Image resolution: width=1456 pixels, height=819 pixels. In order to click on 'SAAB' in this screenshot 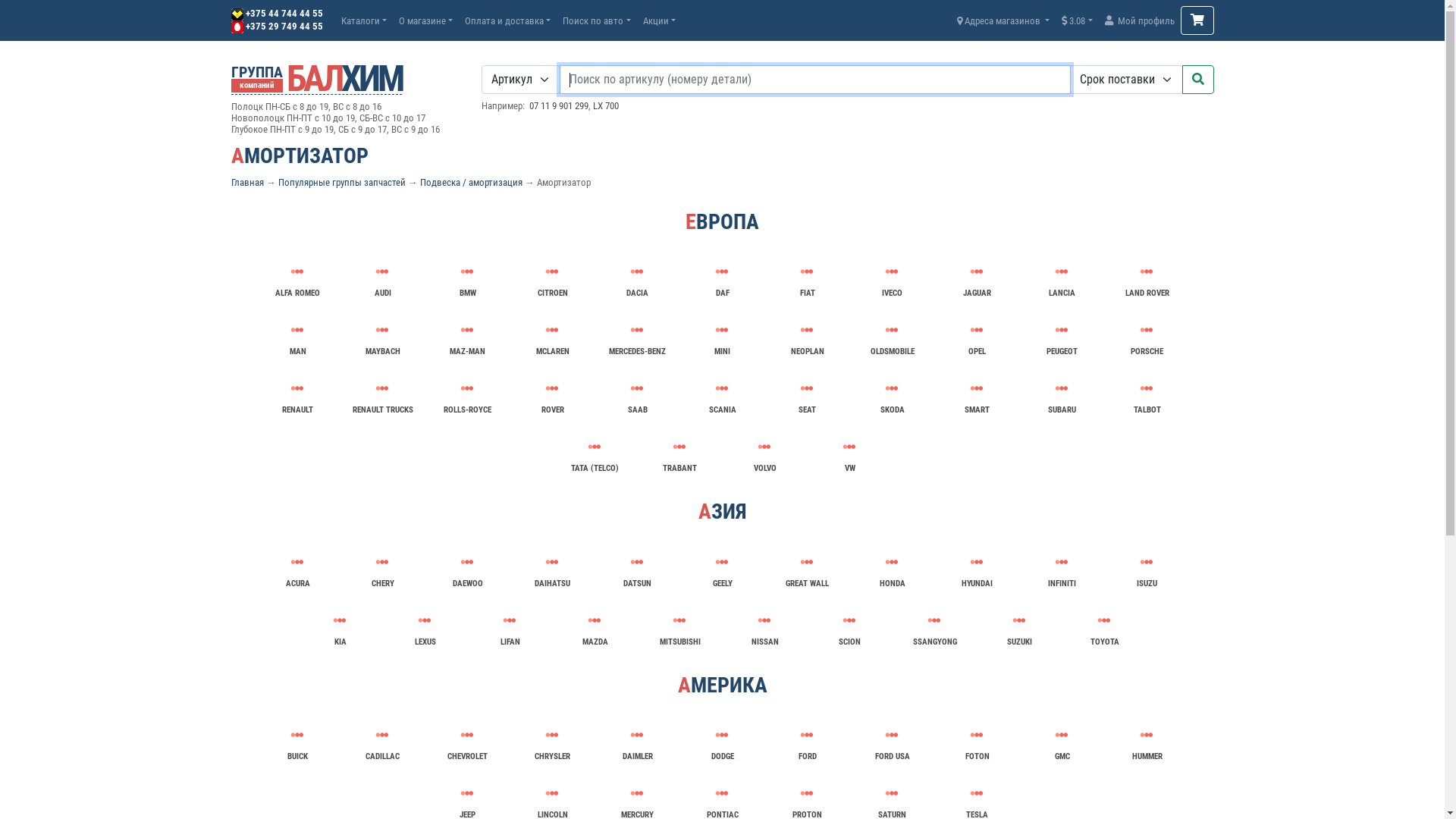, I will do `click(637, 393)`.